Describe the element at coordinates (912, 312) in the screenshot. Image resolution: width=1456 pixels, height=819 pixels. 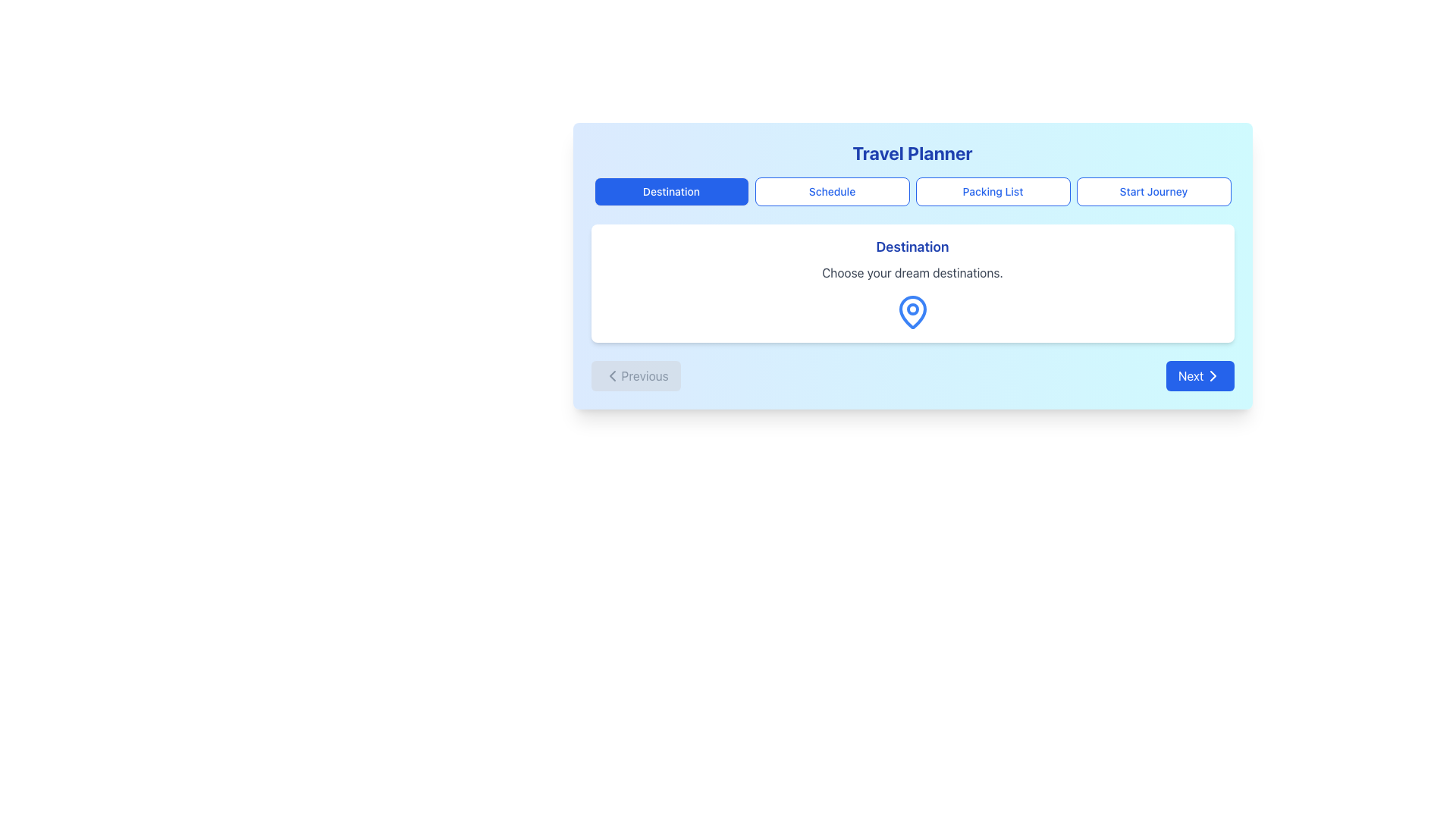
I see `the location selection icon located below the 'Destination' section in the main content area` at that location.